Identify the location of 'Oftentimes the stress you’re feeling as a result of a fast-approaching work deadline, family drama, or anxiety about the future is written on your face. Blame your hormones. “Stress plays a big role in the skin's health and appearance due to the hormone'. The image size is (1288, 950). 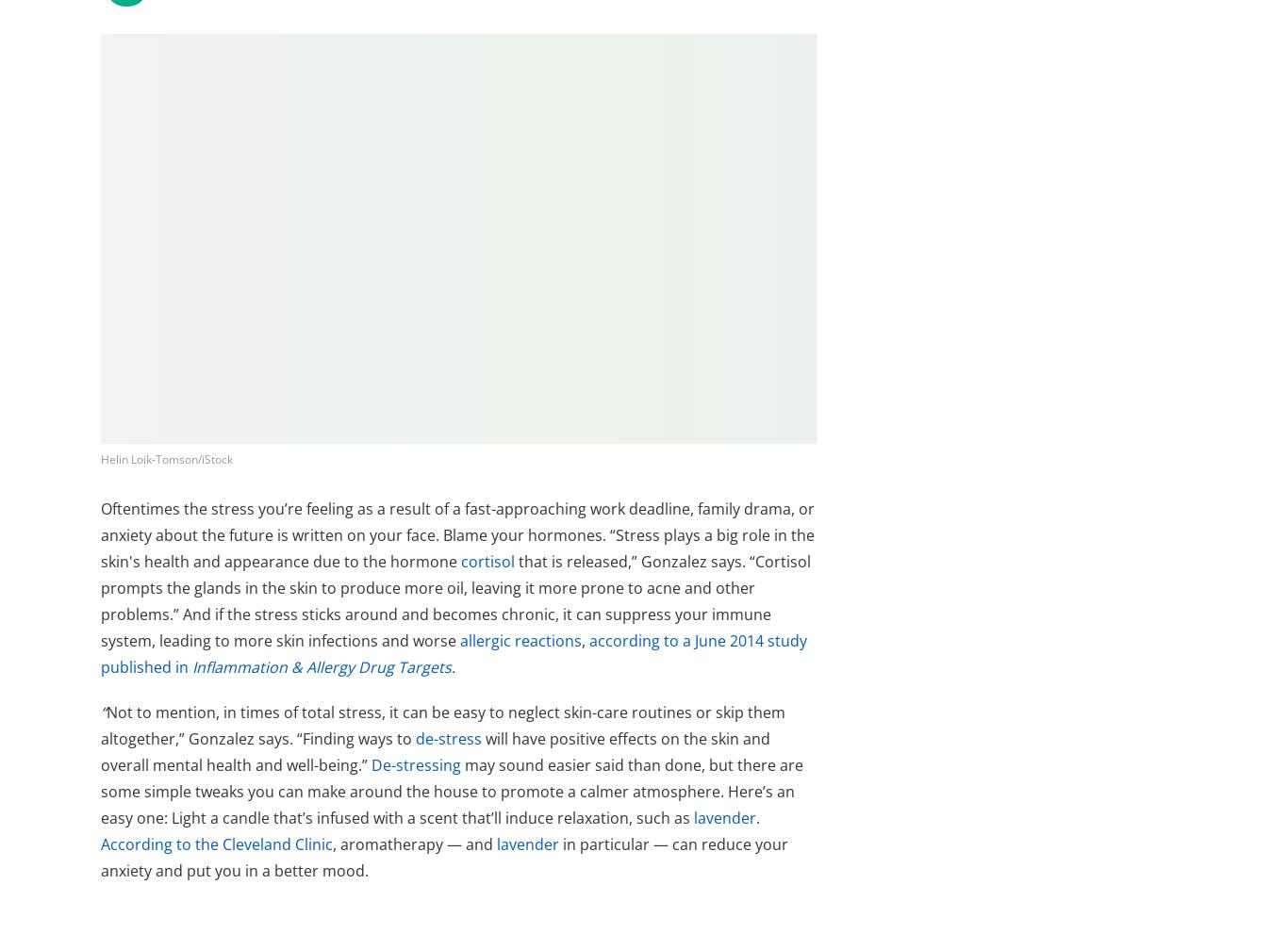
(457, 534).